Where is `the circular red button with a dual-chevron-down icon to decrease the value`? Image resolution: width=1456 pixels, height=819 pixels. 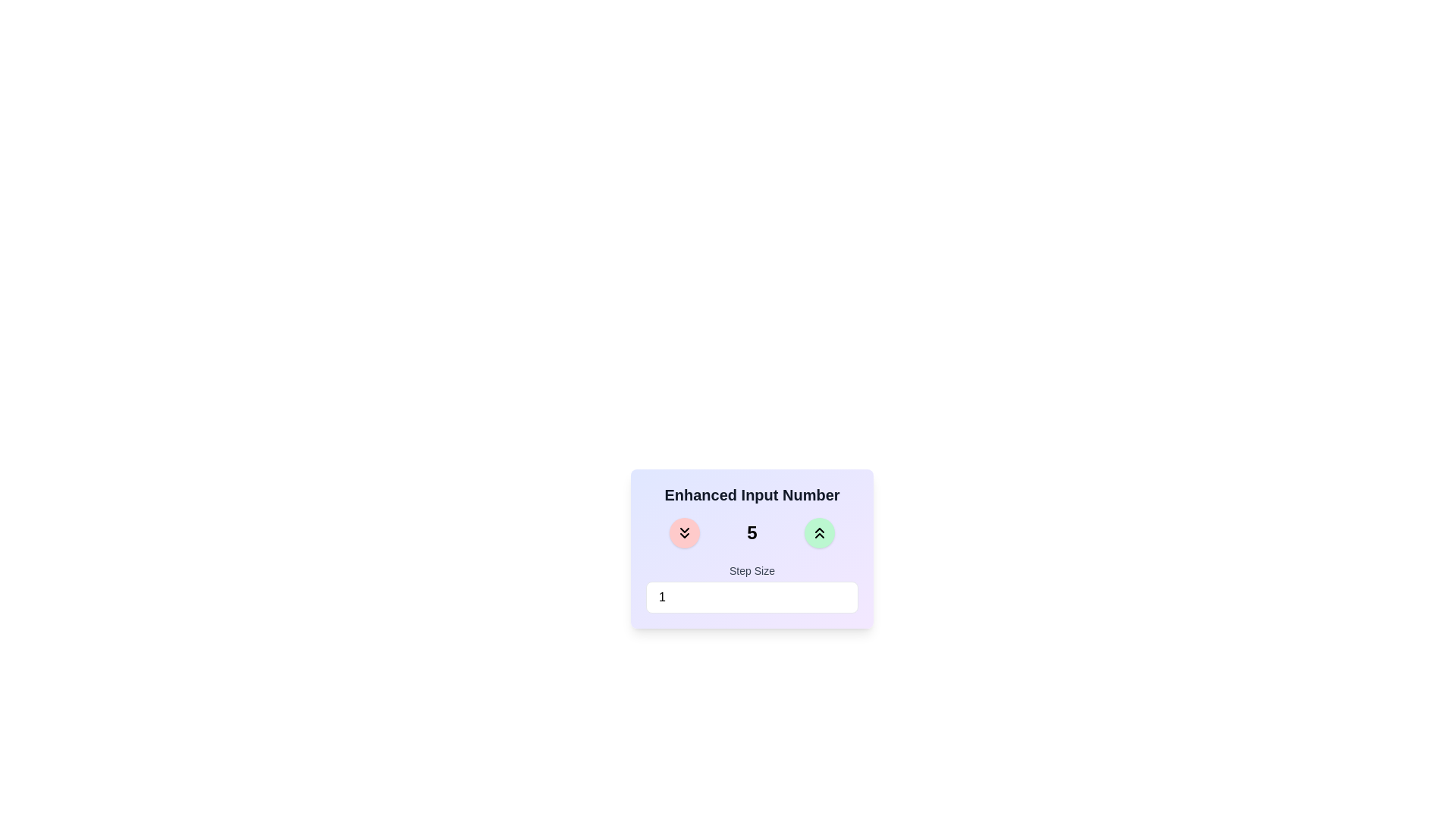 the circular red button with a dual-chevron-down icon to decrease the value is located at coordinates (684, 532).